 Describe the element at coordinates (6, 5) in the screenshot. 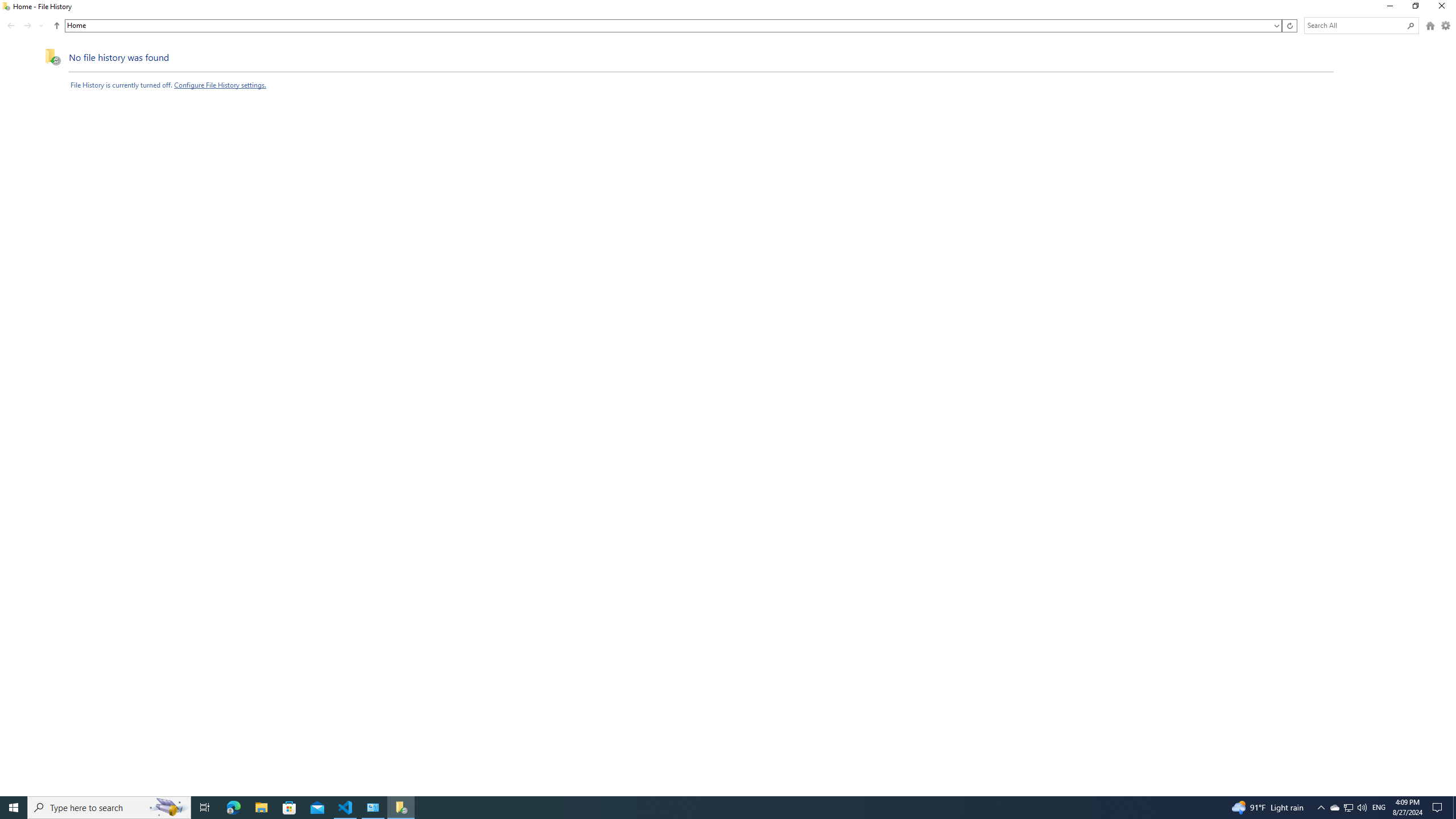

I see `'System'` at that location.